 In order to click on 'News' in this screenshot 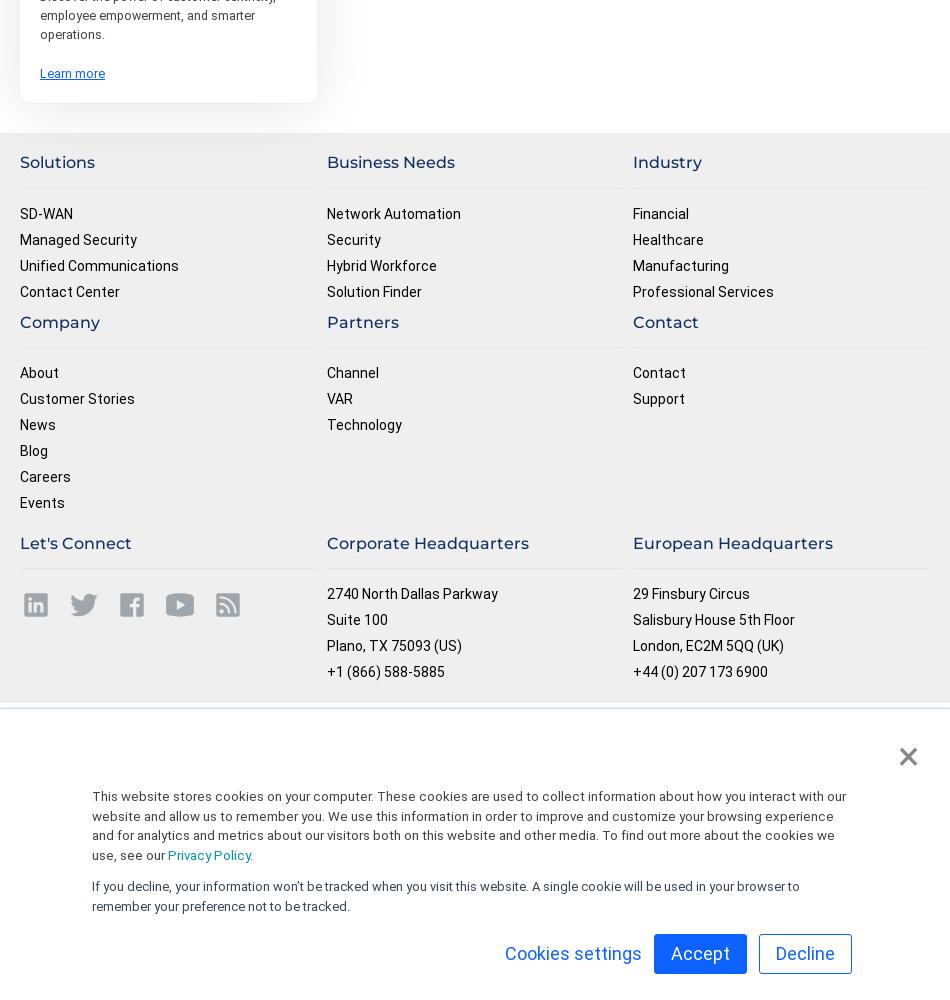, I will do `click(38, 424)`.